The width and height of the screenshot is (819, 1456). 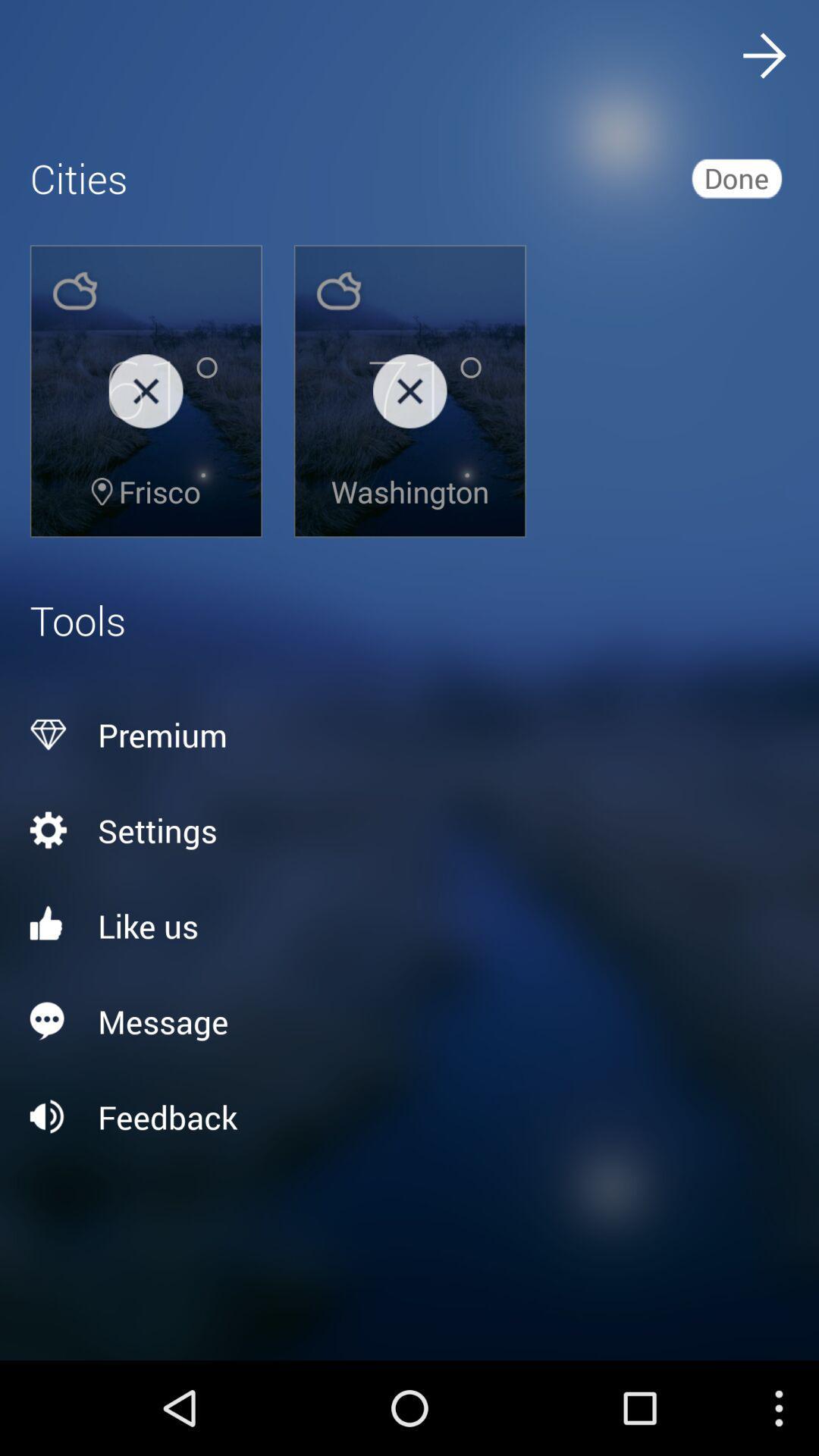 What do you see at coordinates (409, 1117) in the screenshot?
I see `the app below message icon` at bounding box center [409, 1117].